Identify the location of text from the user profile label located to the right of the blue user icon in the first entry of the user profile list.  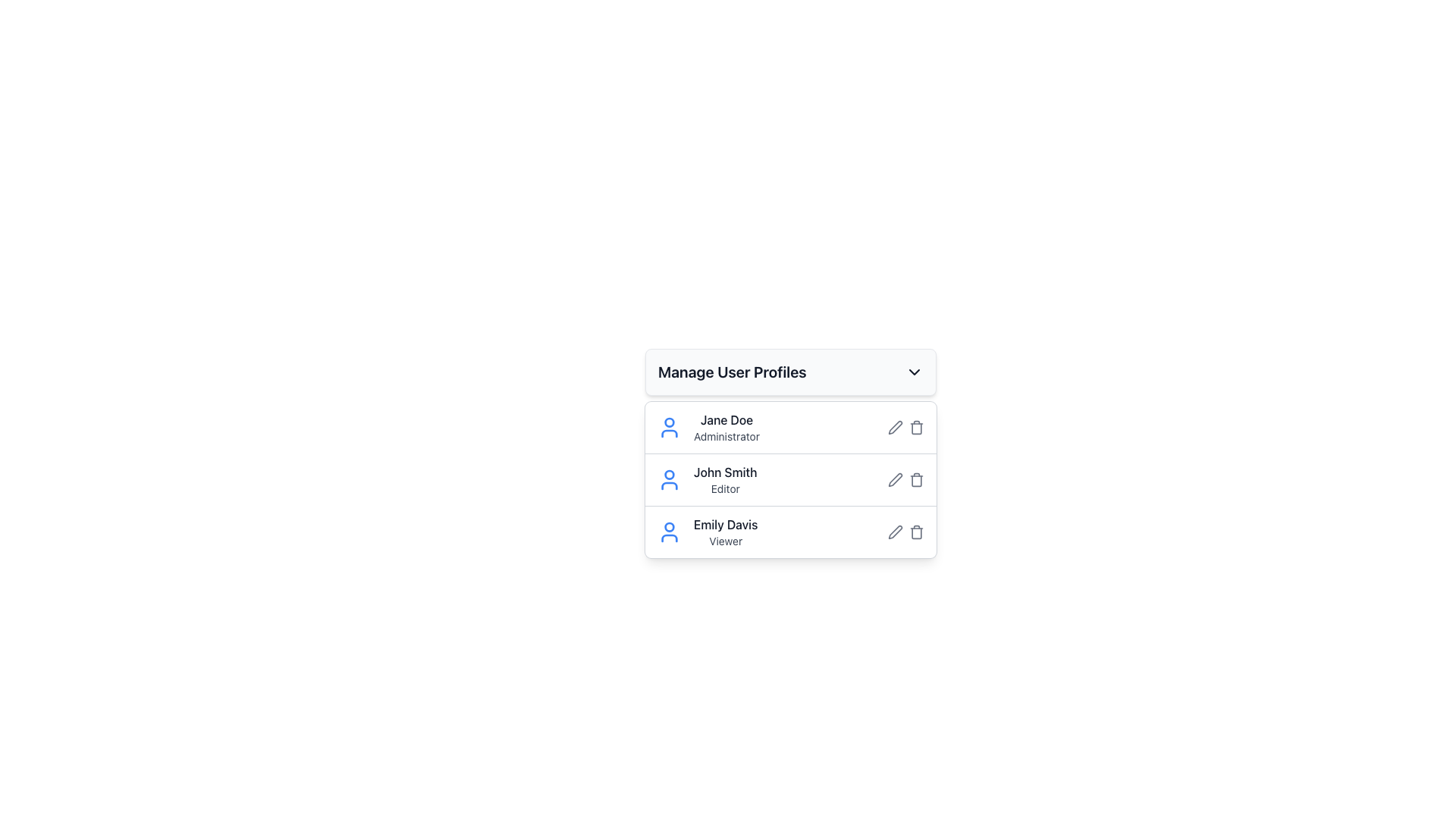
(726, 427).